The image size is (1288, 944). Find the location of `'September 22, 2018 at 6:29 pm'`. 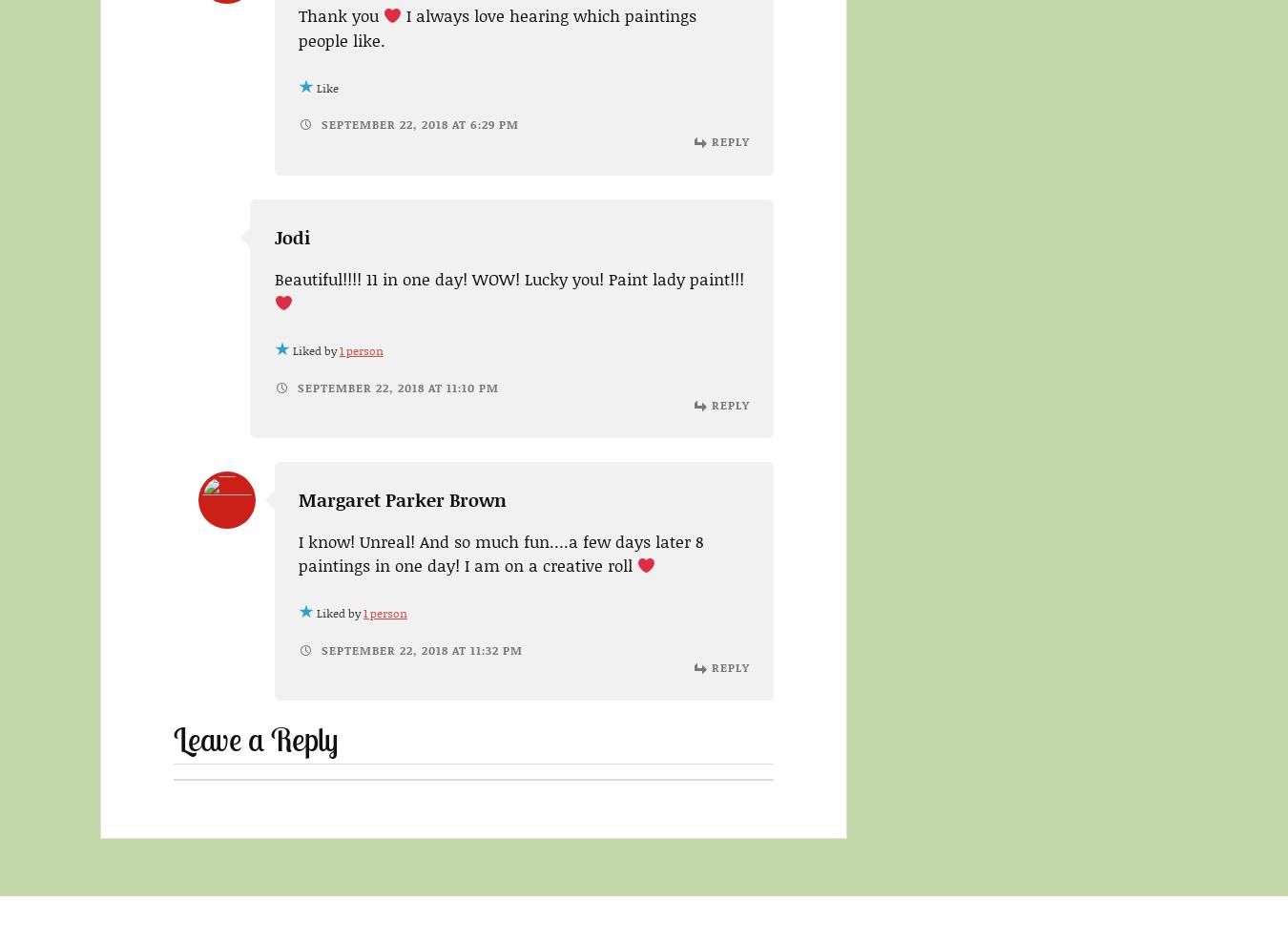

'September 22, 2018 at 6:29 pm' is located at coordinates (418, 123).